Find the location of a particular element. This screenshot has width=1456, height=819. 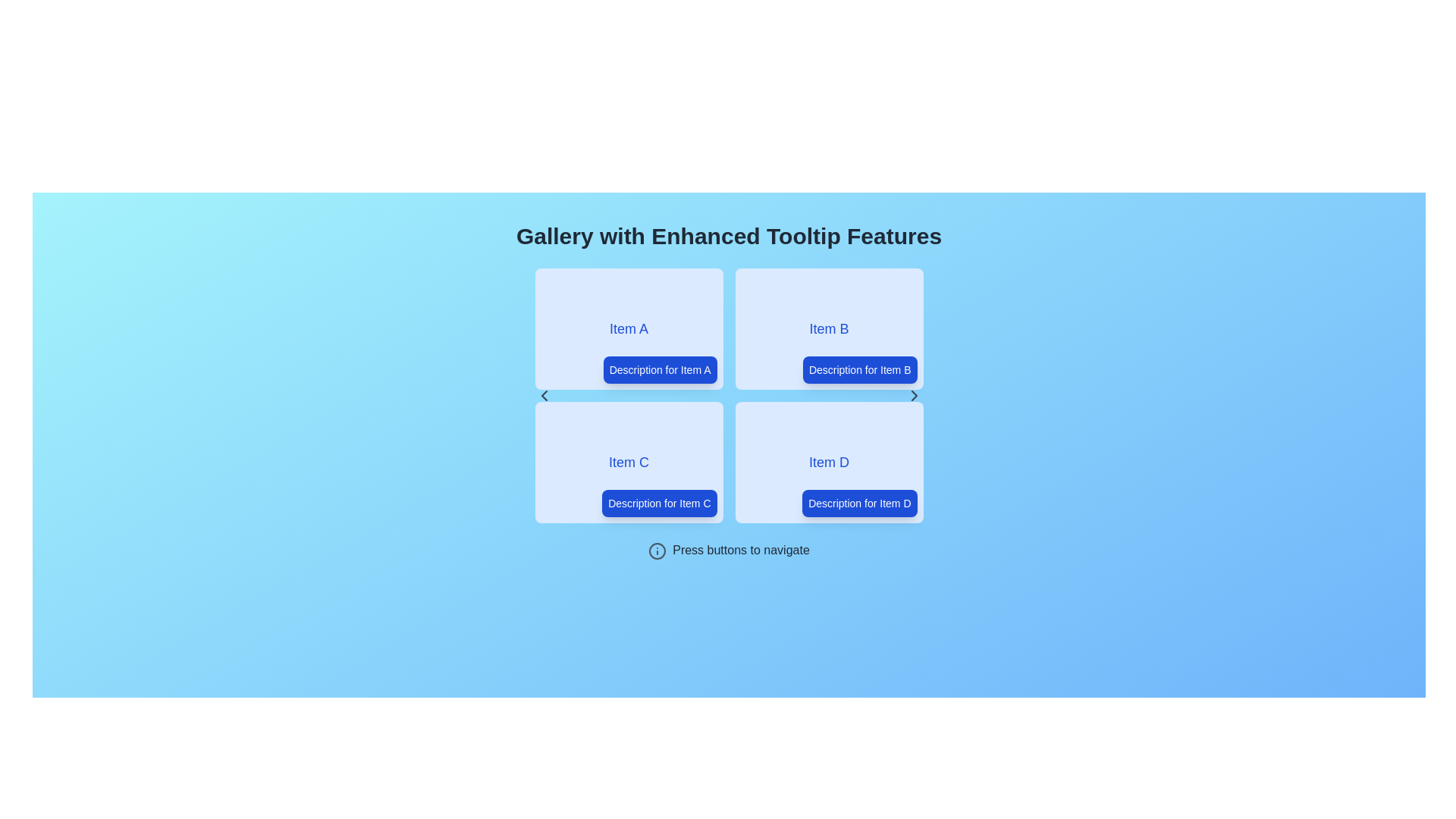

the button or label associated with 'Item D', located at the bottom-right corner of its bounding box is located at coordinates (859, 503).